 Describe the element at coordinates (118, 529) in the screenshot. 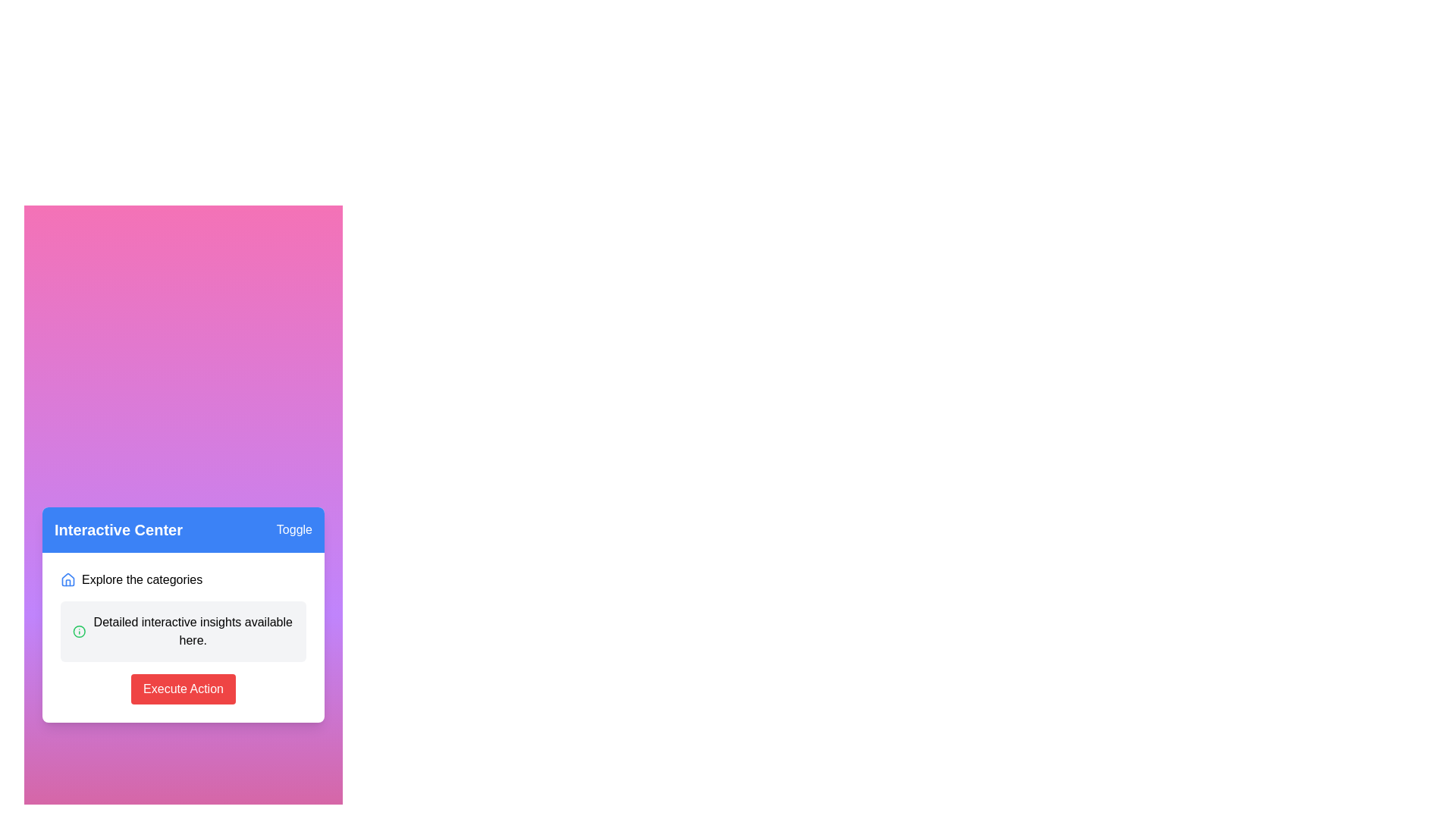

I see `the 'Interactive Center' text label displayed in bold within the blue header bar at the top of the card-like interface` at that location.